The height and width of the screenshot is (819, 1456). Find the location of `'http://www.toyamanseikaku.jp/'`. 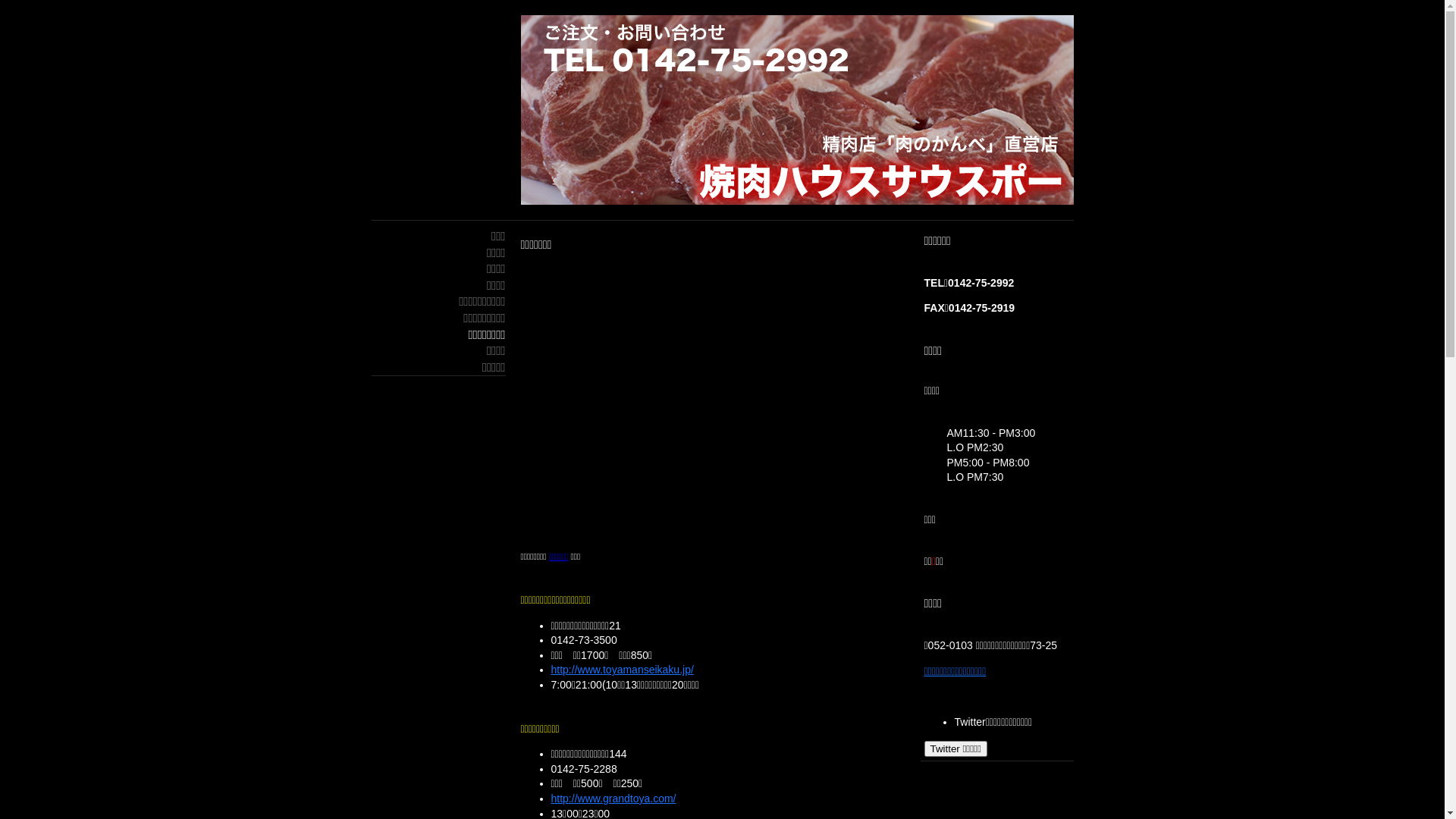

'http://www.toyamanseikaku.jp/' is located at coordinates (622, 669).